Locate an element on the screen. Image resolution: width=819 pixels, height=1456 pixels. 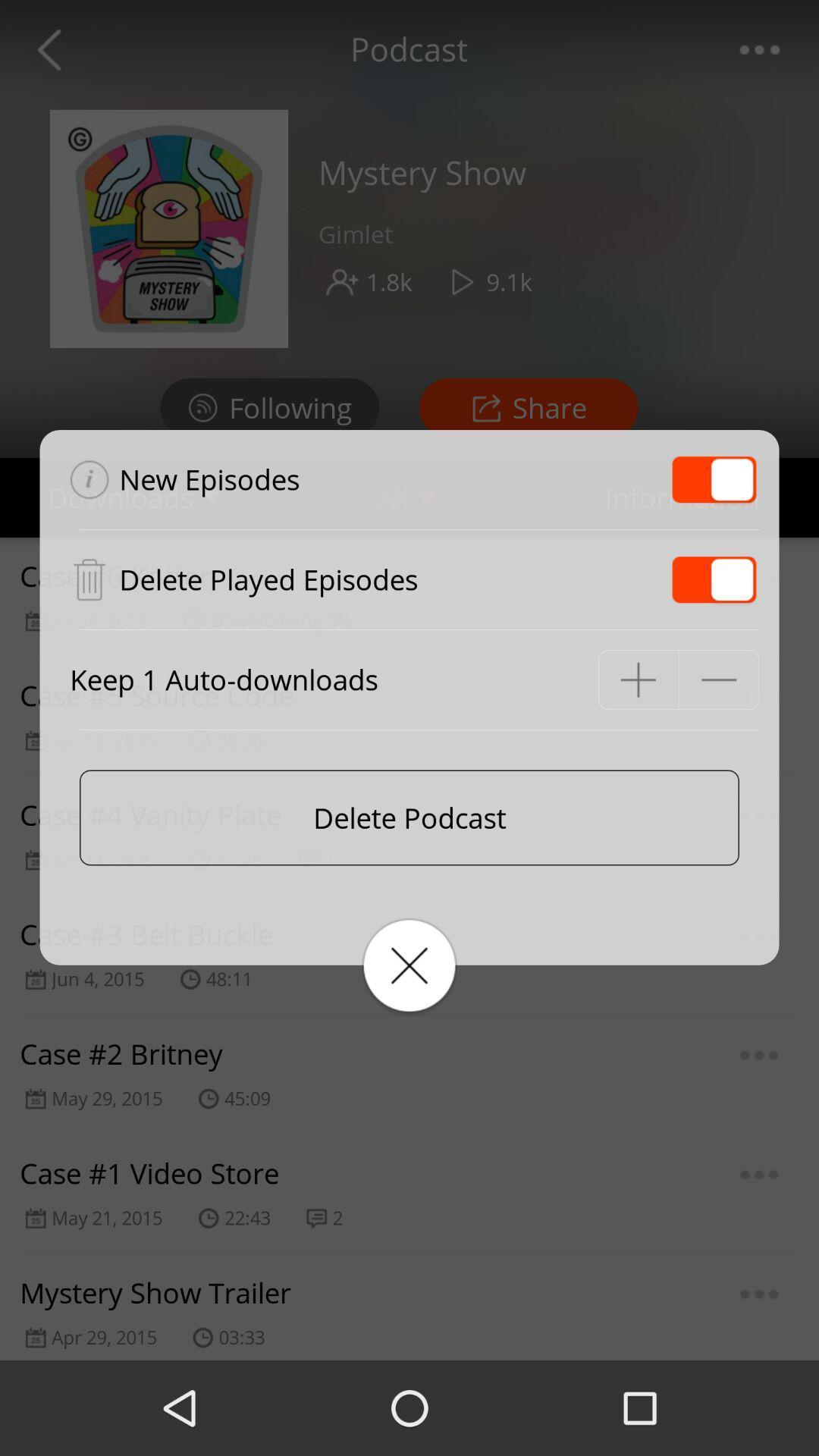
increase number of auto-downloads is located at coordinates (638, 679).